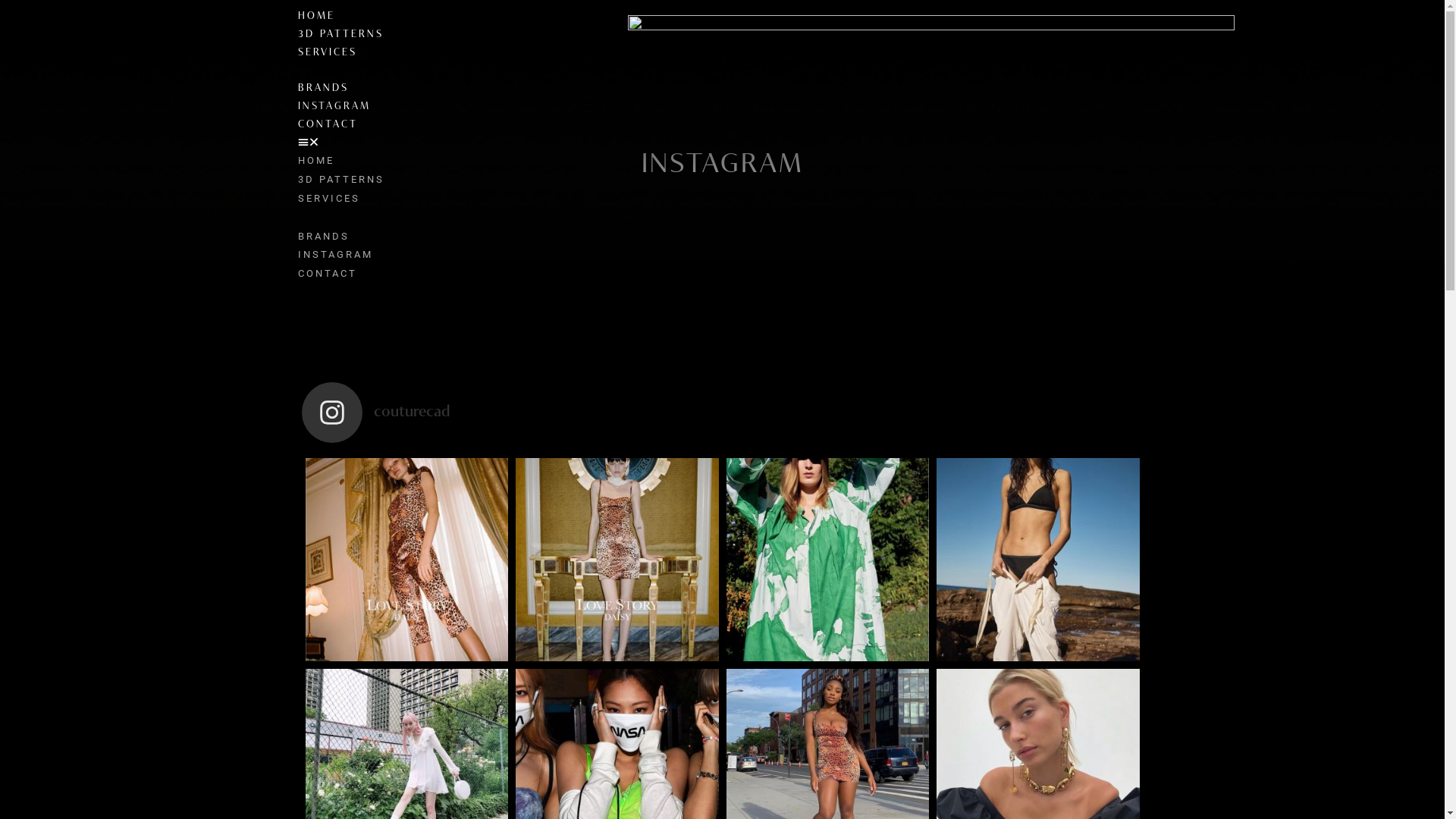  I want to click on 'CONTACT', so click(326, 124).